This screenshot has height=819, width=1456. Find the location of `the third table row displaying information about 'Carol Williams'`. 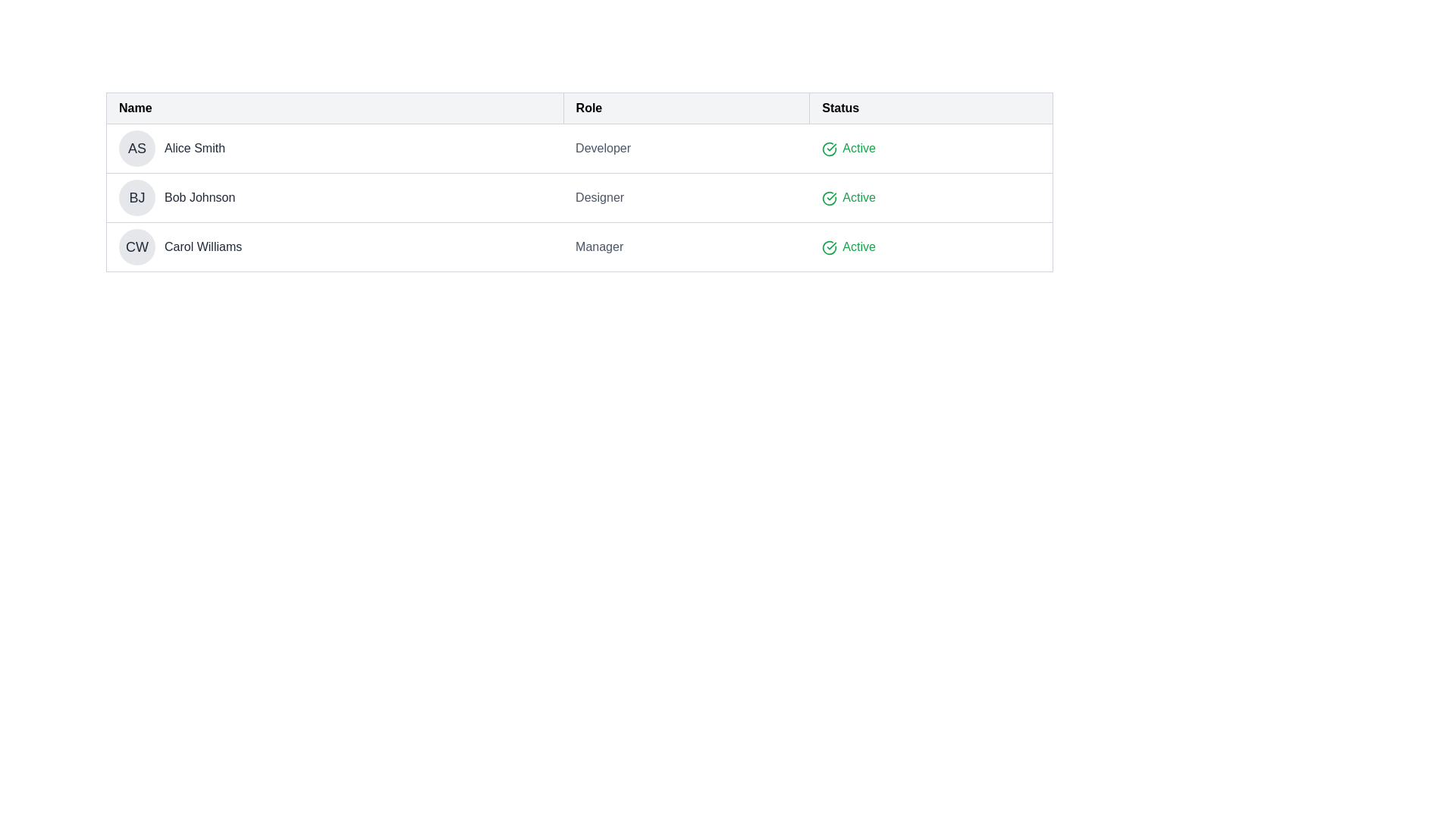

the third table row displaying information about 'Carol Williams' is located at coordinates (579, 246).